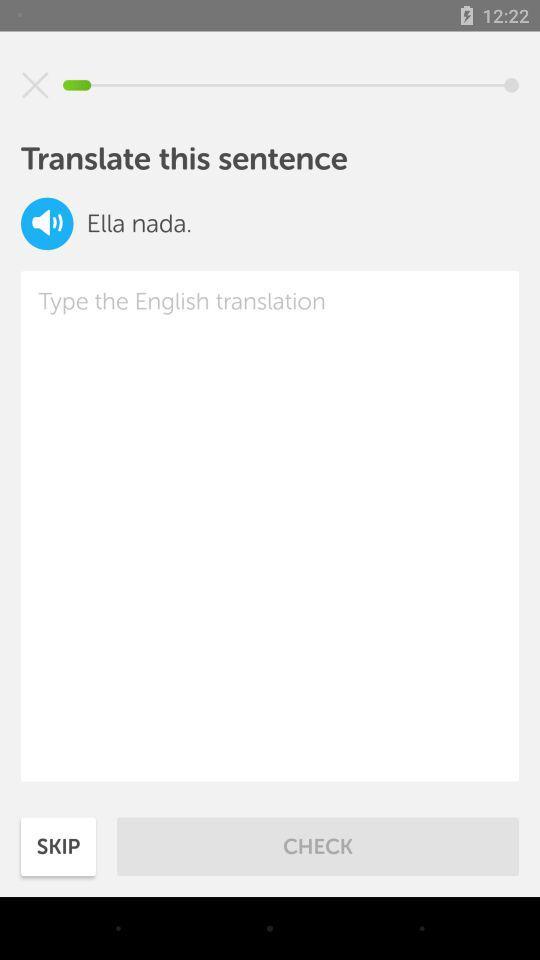  I want to click on the volume icon, so click(47, 223).